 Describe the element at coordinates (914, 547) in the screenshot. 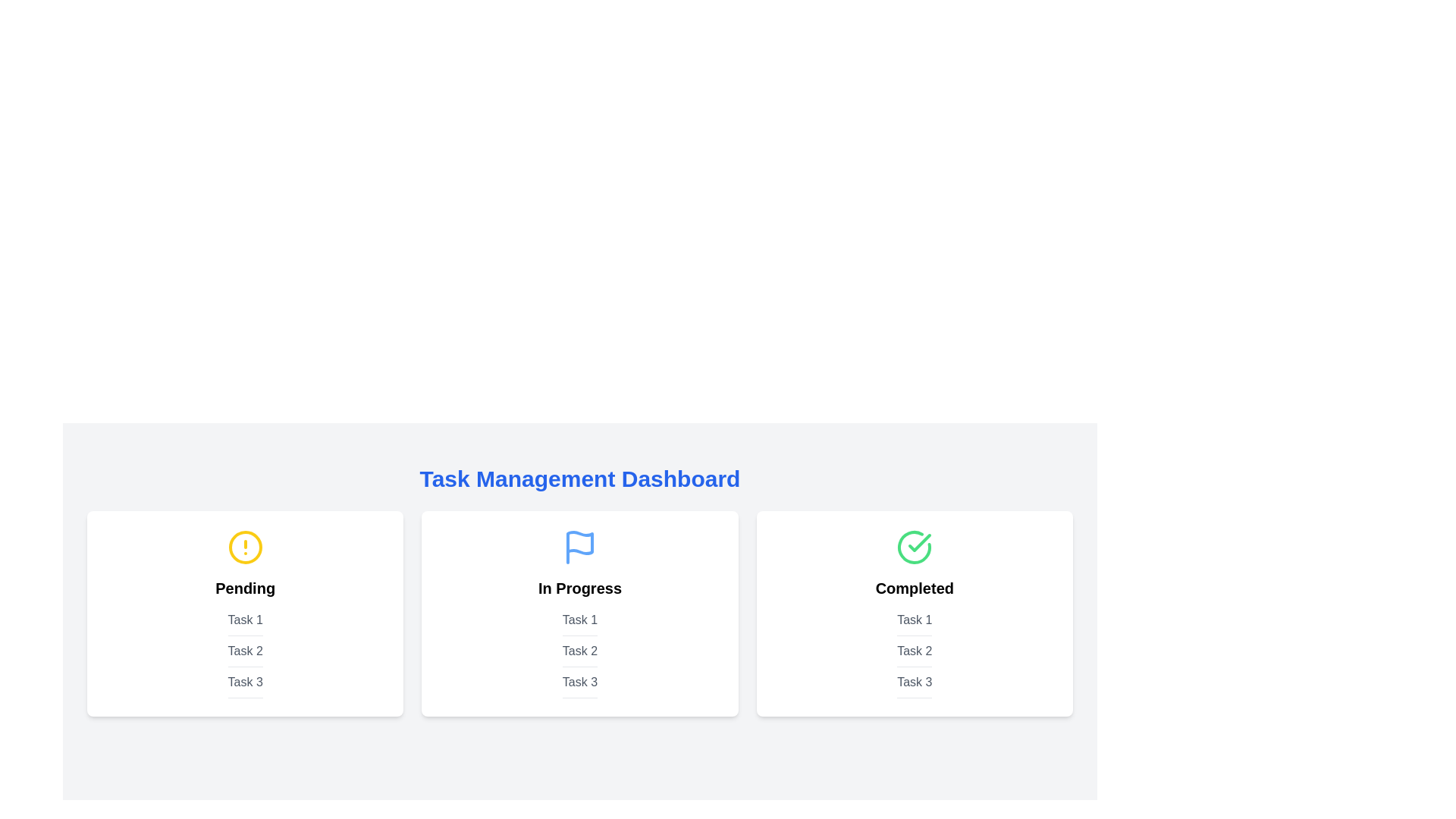

I see `the visual ring element indicating completion status in the task management dashboard, located within the 'Completed' card on the far right` at that location.